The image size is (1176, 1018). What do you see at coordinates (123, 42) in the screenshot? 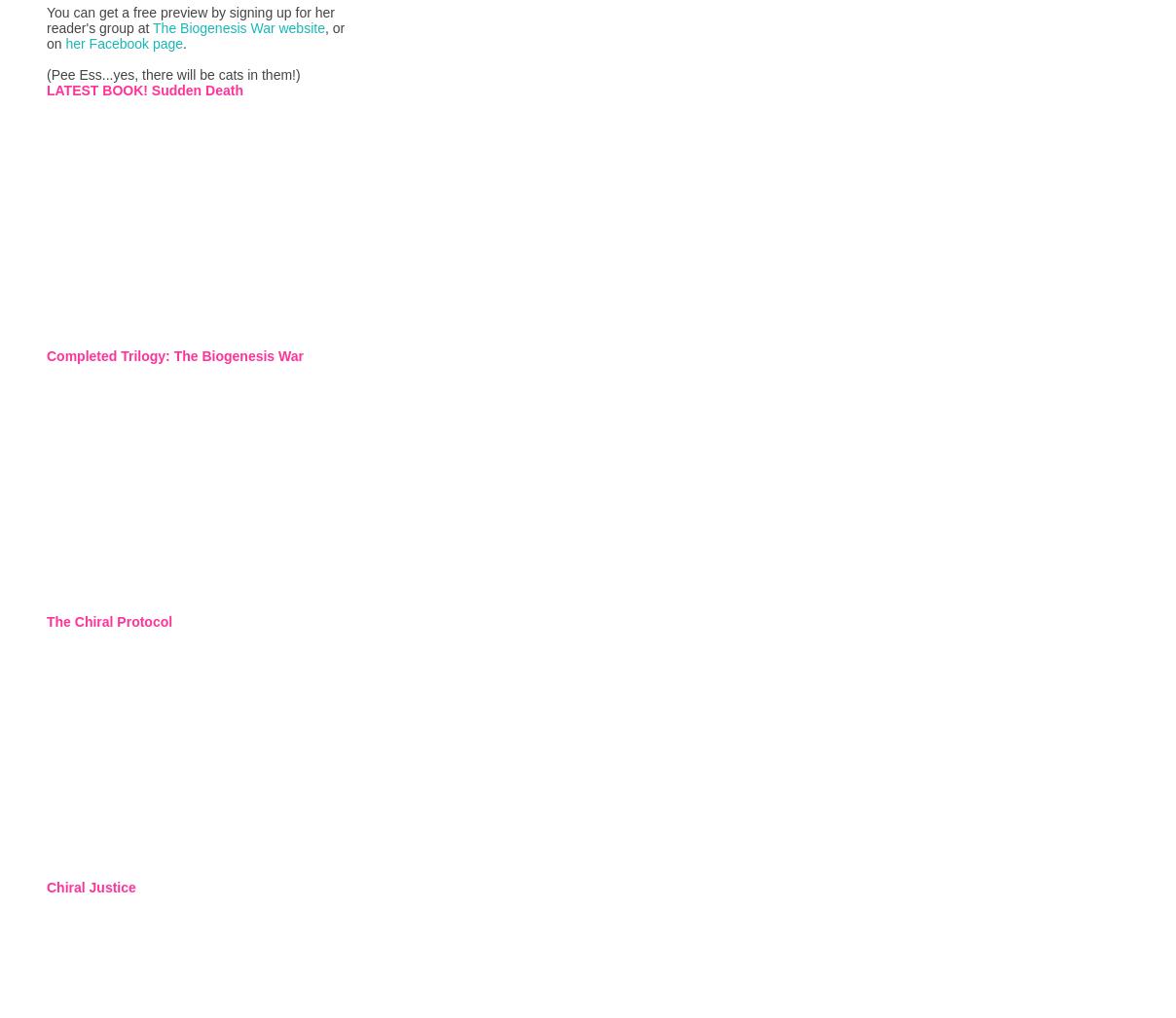
I see `'her Facebook page'` at bounding box center [123, 42].